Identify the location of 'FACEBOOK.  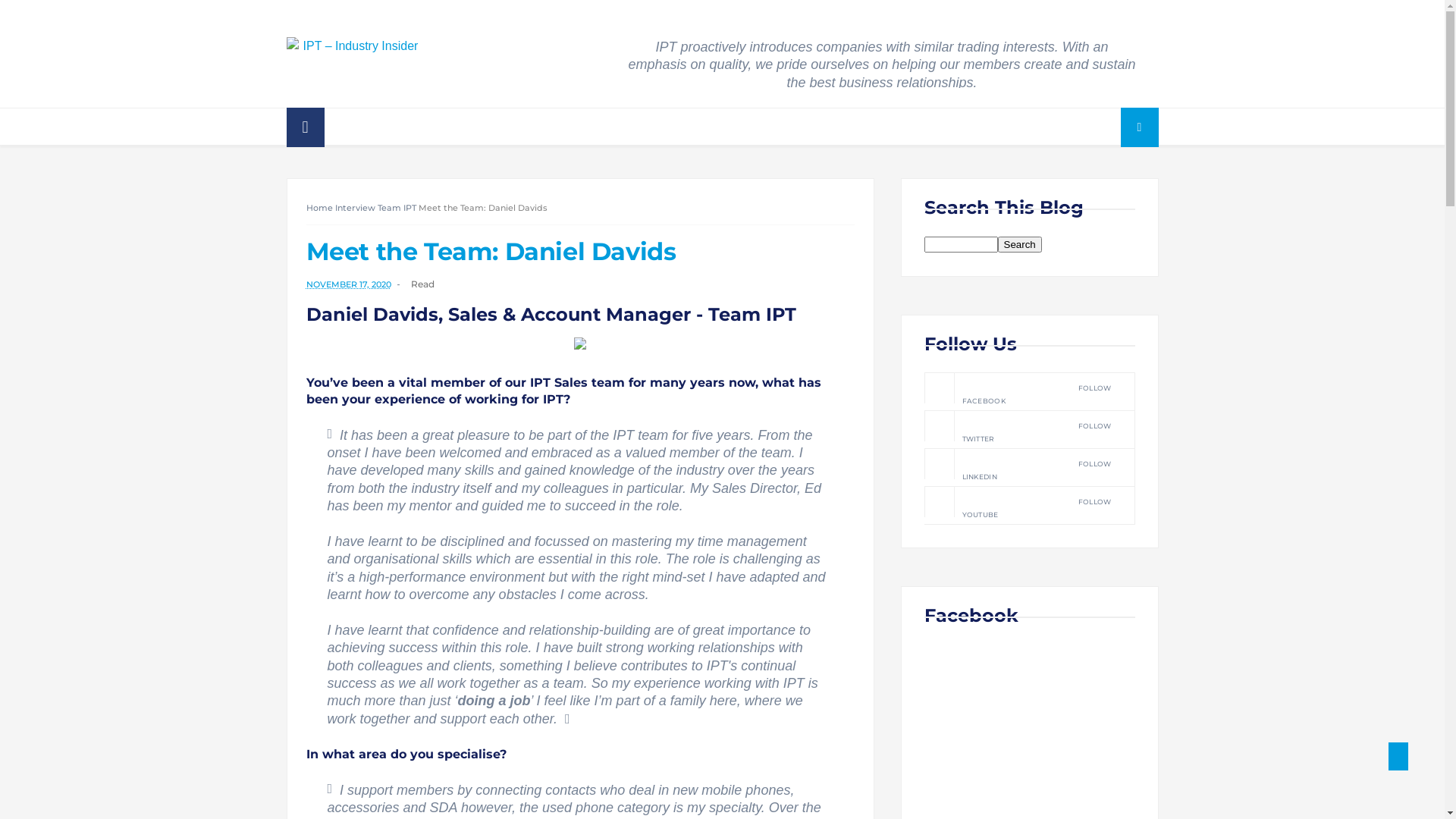
(1028, 391).